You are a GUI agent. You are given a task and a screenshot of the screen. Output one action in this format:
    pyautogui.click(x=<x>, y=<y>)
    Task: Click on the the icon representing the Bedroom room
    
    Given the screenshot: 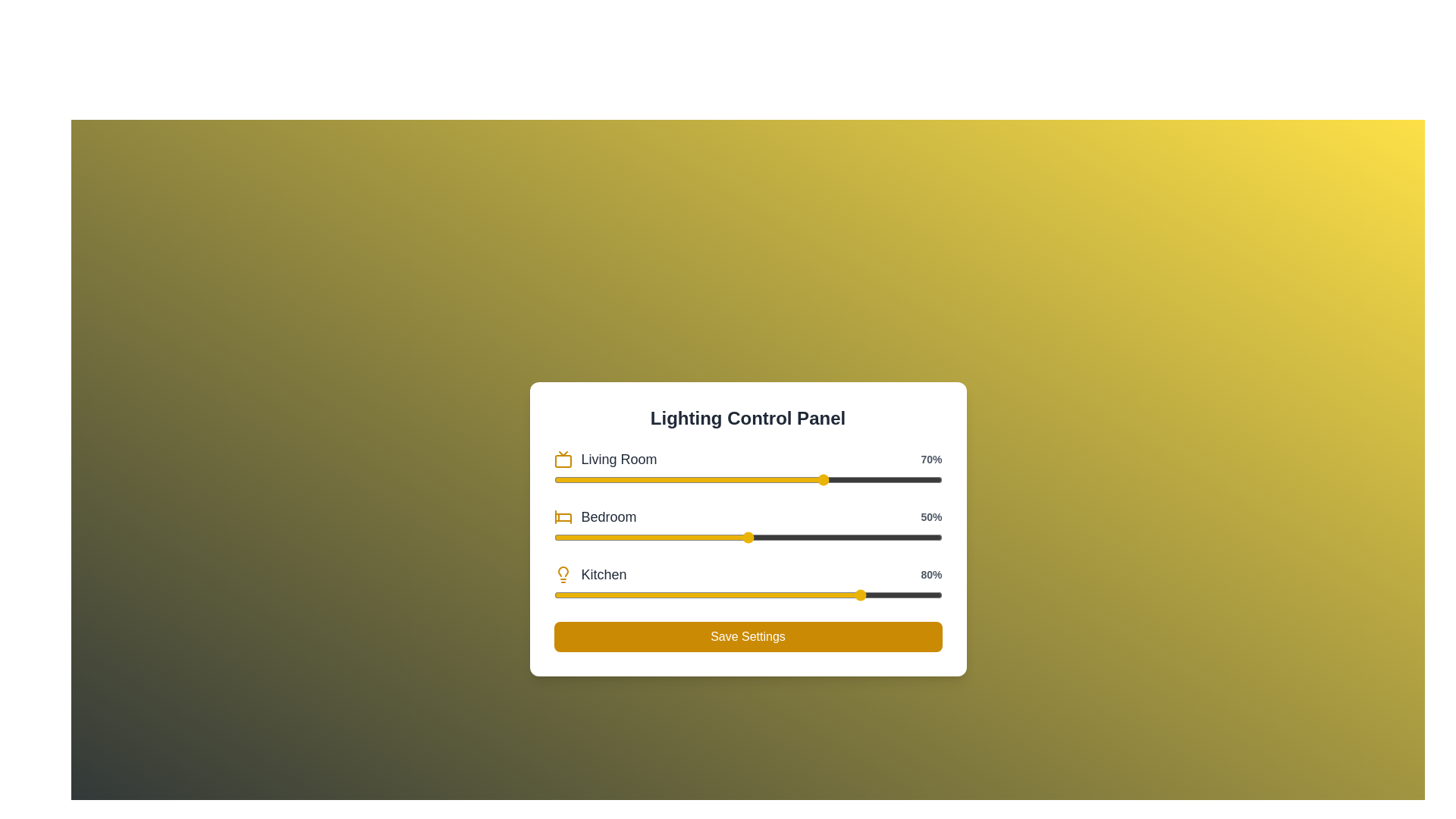 What is the action you would take?
    pyautogui.click(x=562, y=516)
    